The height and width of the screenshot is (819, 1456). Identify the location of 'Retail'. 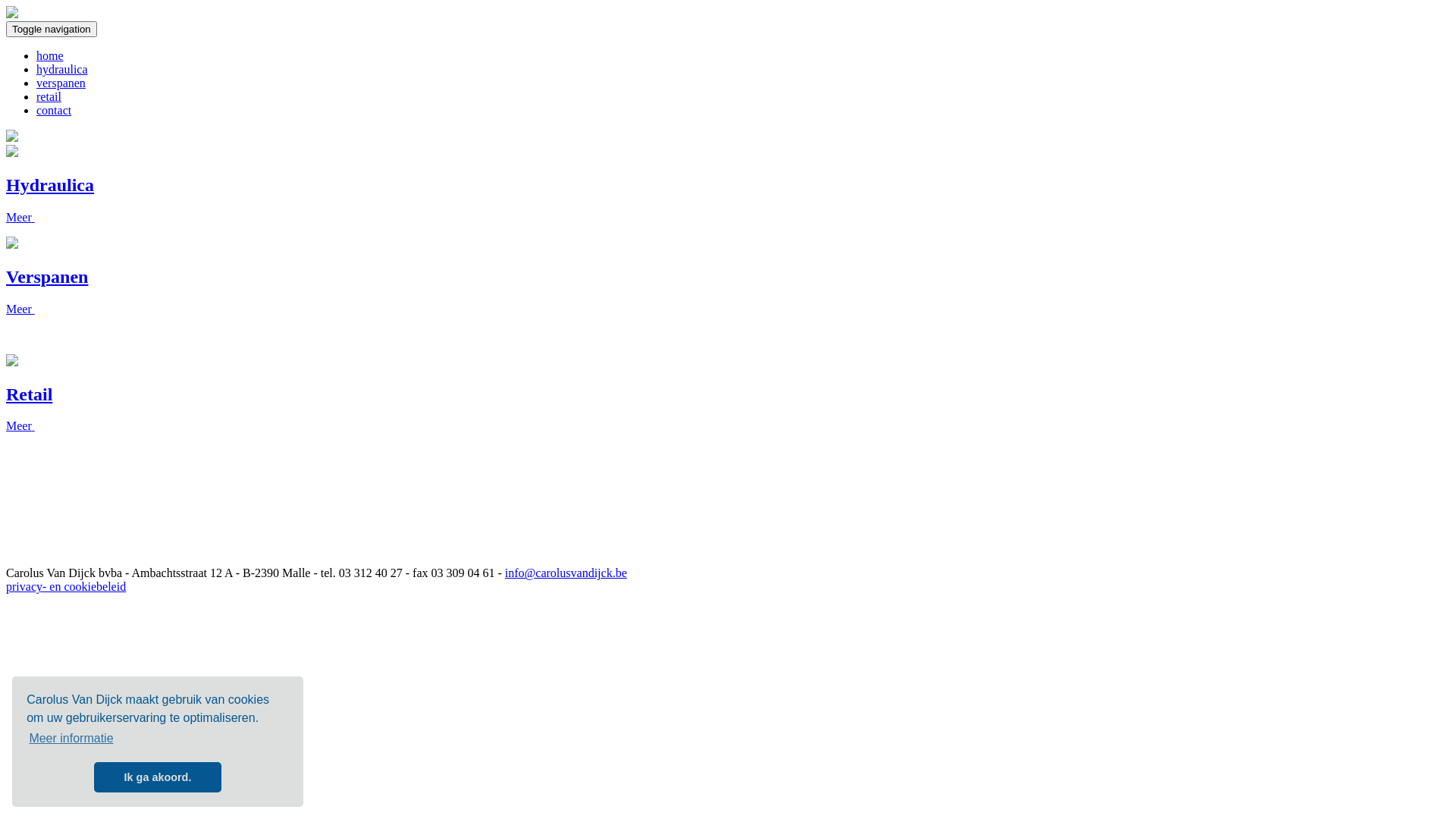
(6, 394).